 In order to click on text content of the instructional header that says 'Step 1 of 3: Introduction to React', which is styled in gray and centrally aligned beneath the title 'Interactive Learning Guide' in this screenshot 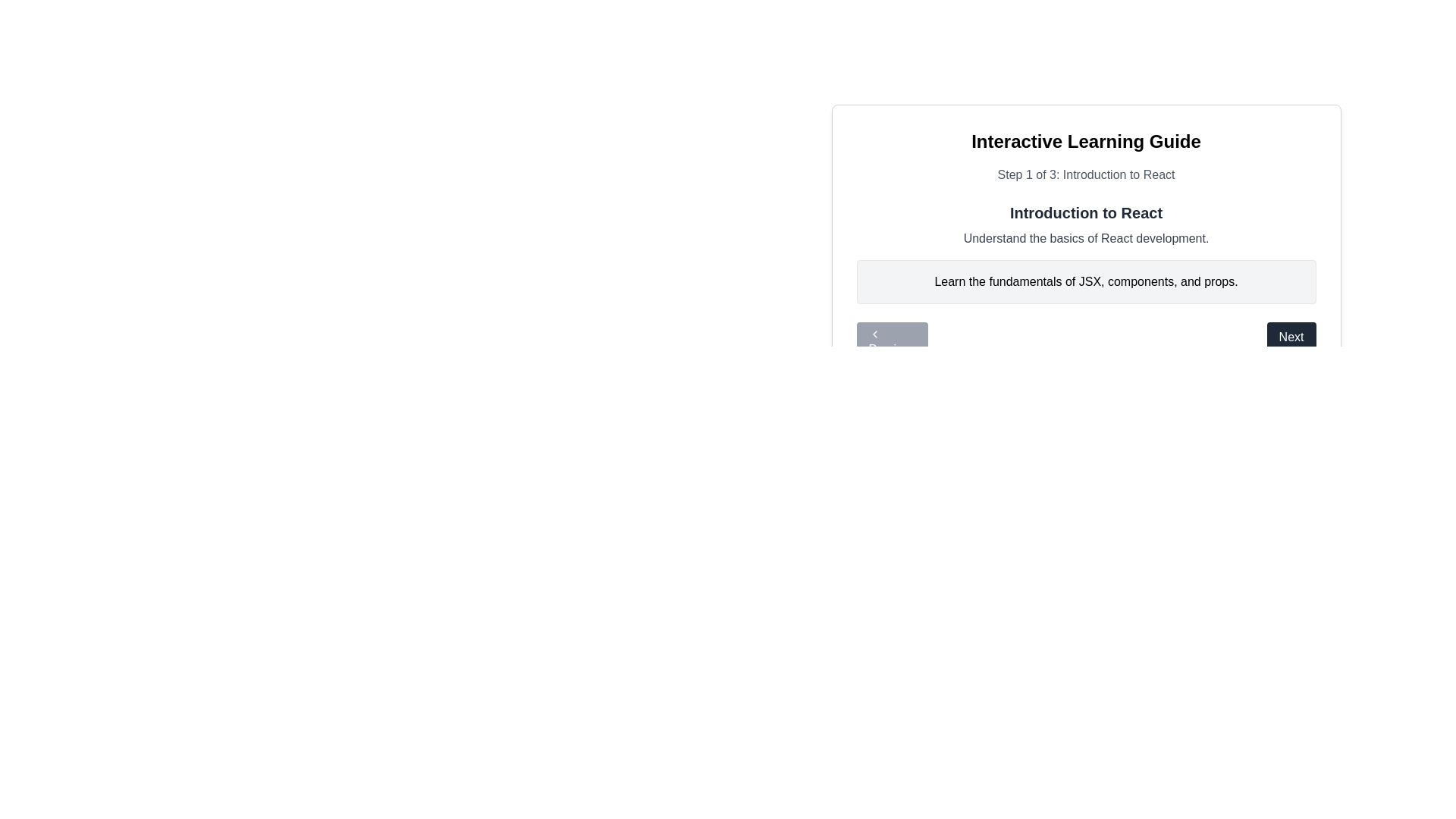, I will do `click(1085, 174)`.